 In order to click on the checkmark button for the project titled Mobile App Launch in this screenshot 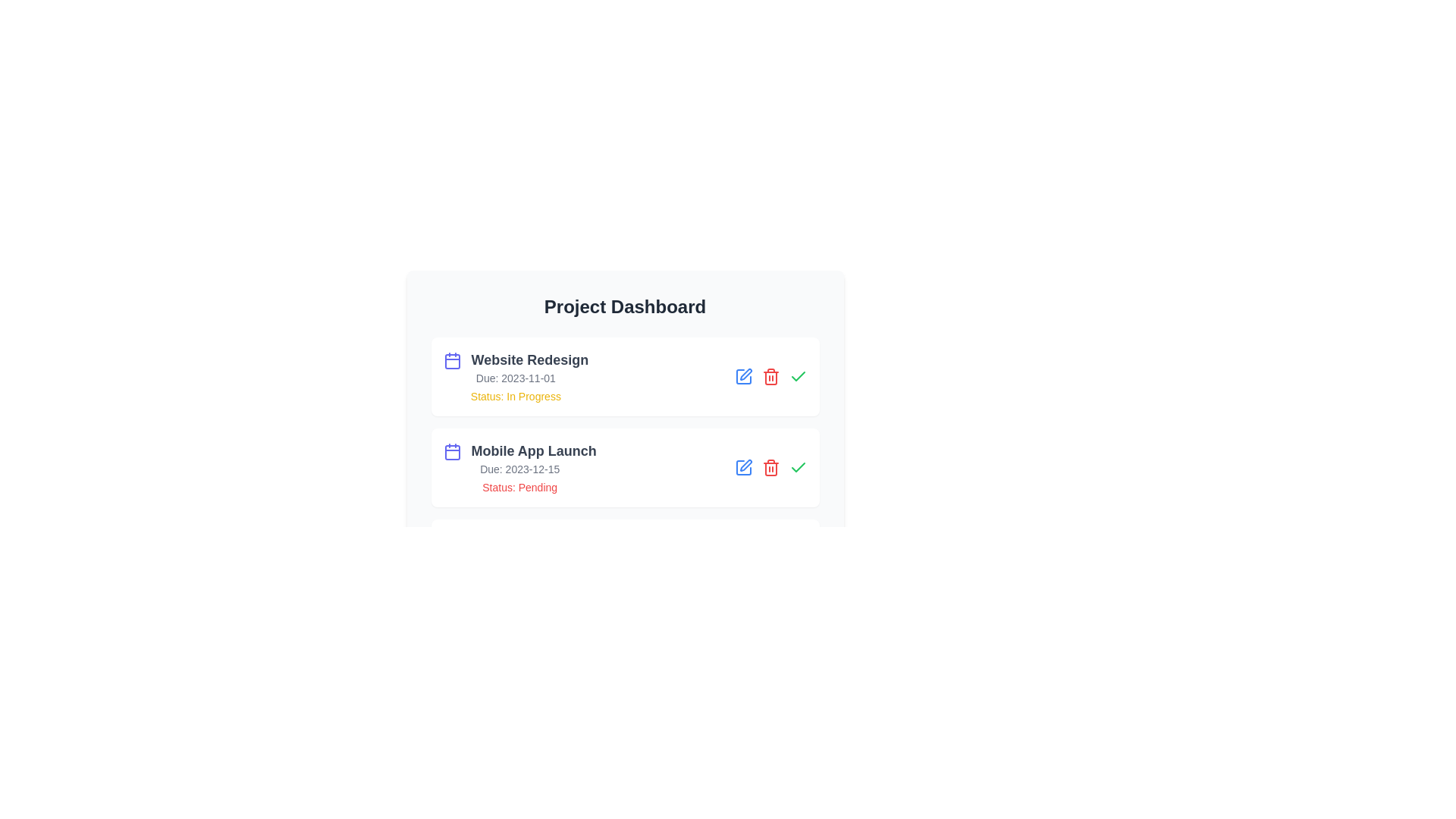, I will do `click(797, 467)`.